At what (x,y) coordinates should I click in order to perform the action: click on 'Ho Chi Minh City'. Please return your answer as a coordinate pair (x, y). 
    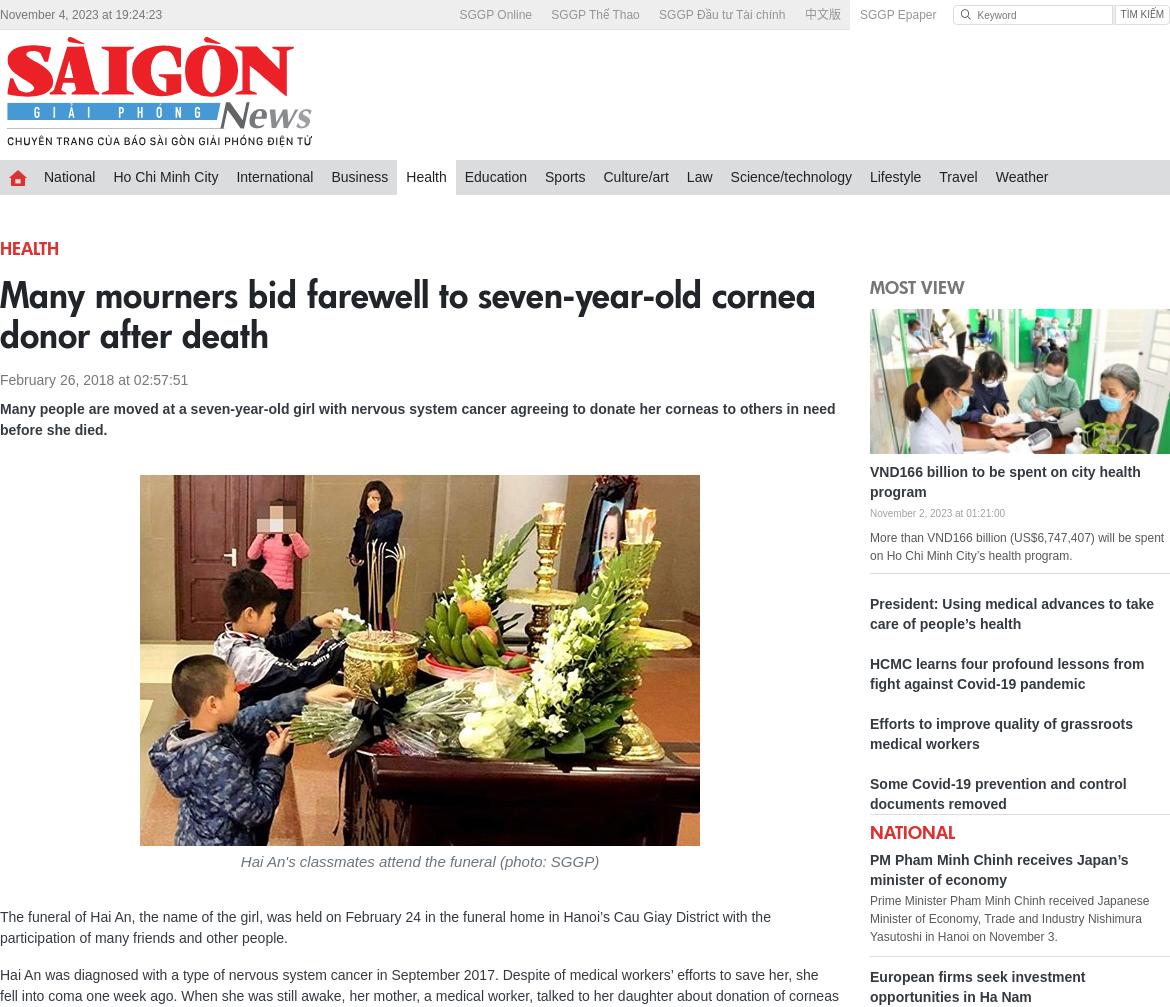
    Looking at the image, I should click on (112, 177).